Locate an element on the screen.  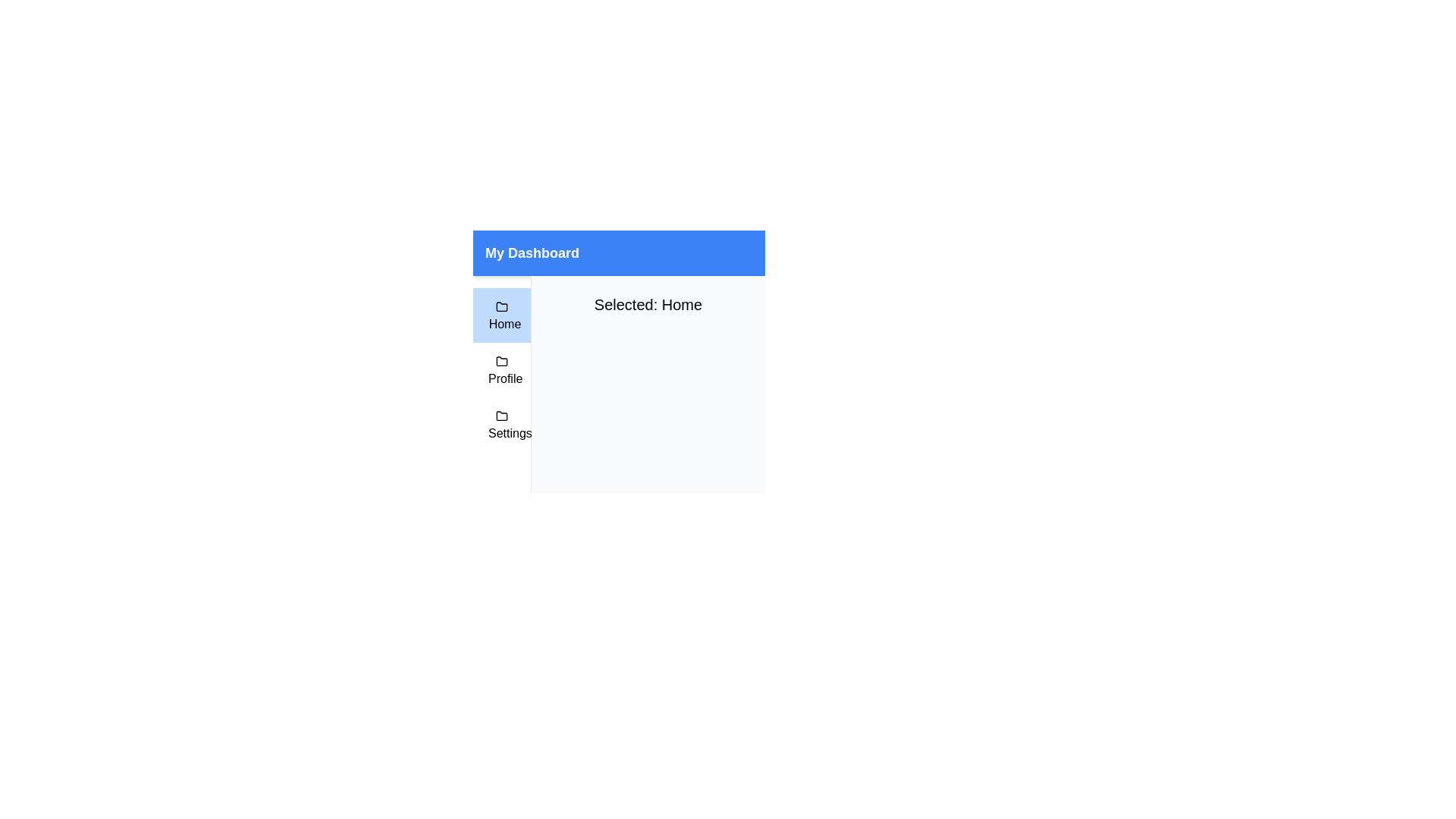
the folder icon element located to the left of the 'Profile' label in the vertical navigation bar is located at coordinates (502, 360).